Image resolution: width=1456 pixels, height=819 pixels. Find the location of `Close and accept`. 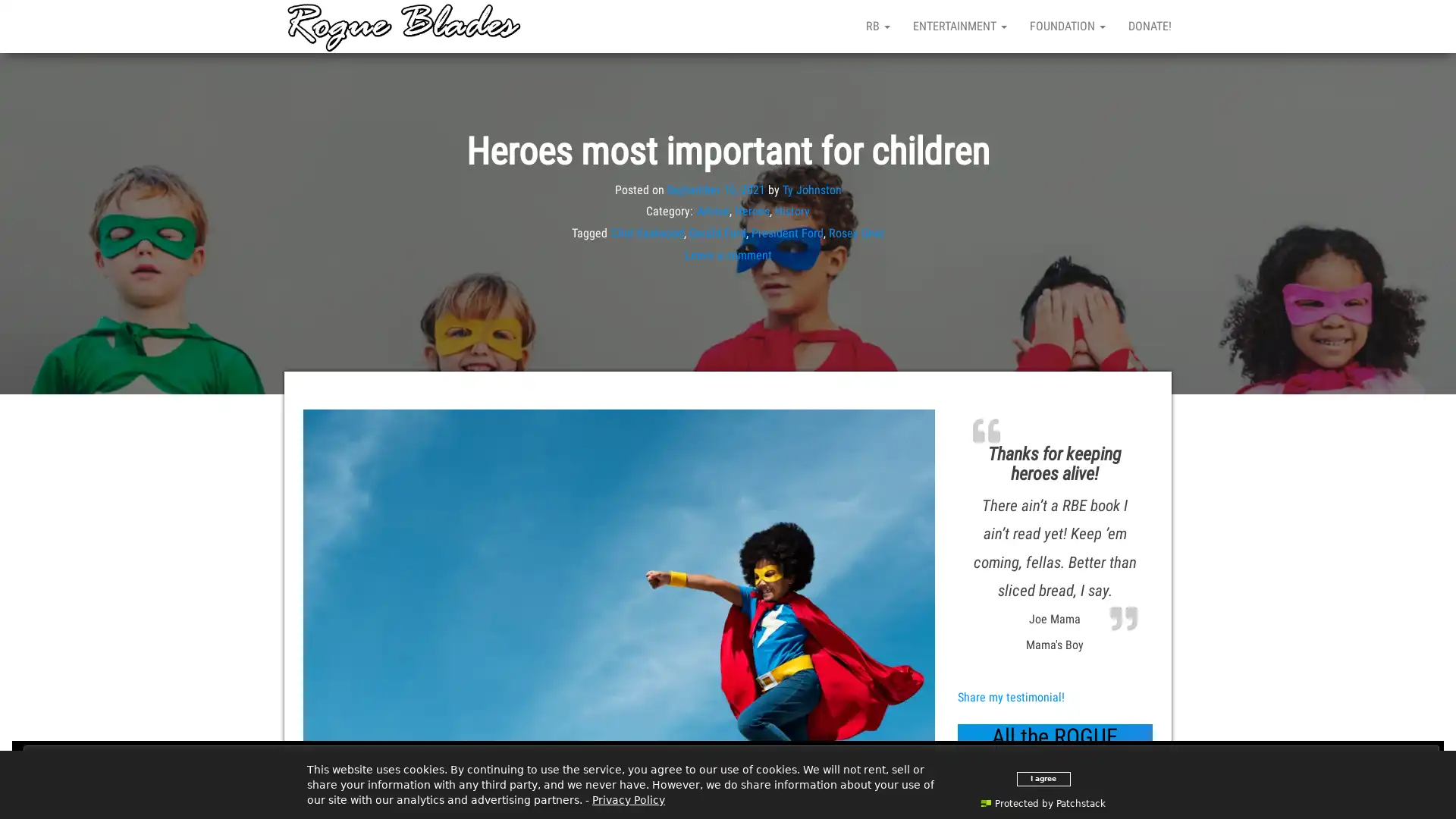

Close and accept is located at coordinates (731, 760).